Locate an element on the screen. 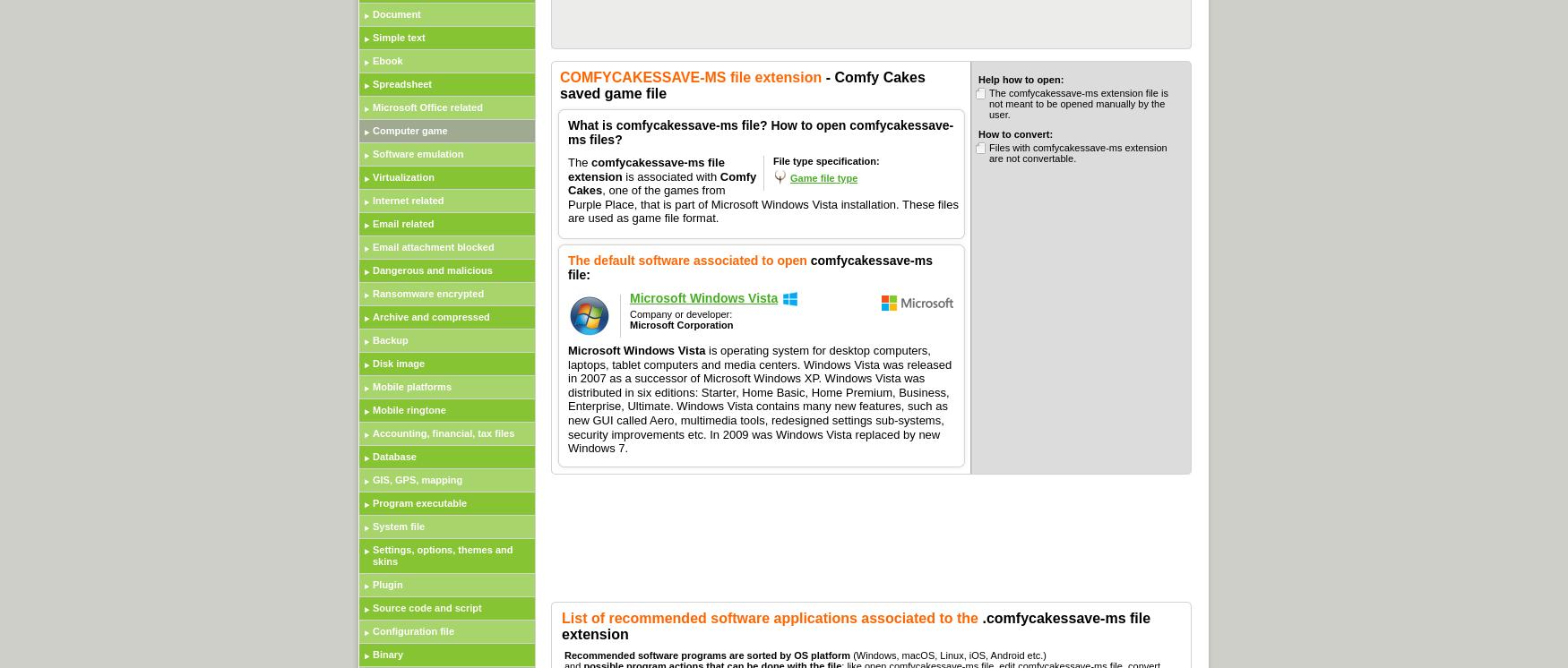  'Microsoft Office related' is located at coordinates (427, 107).